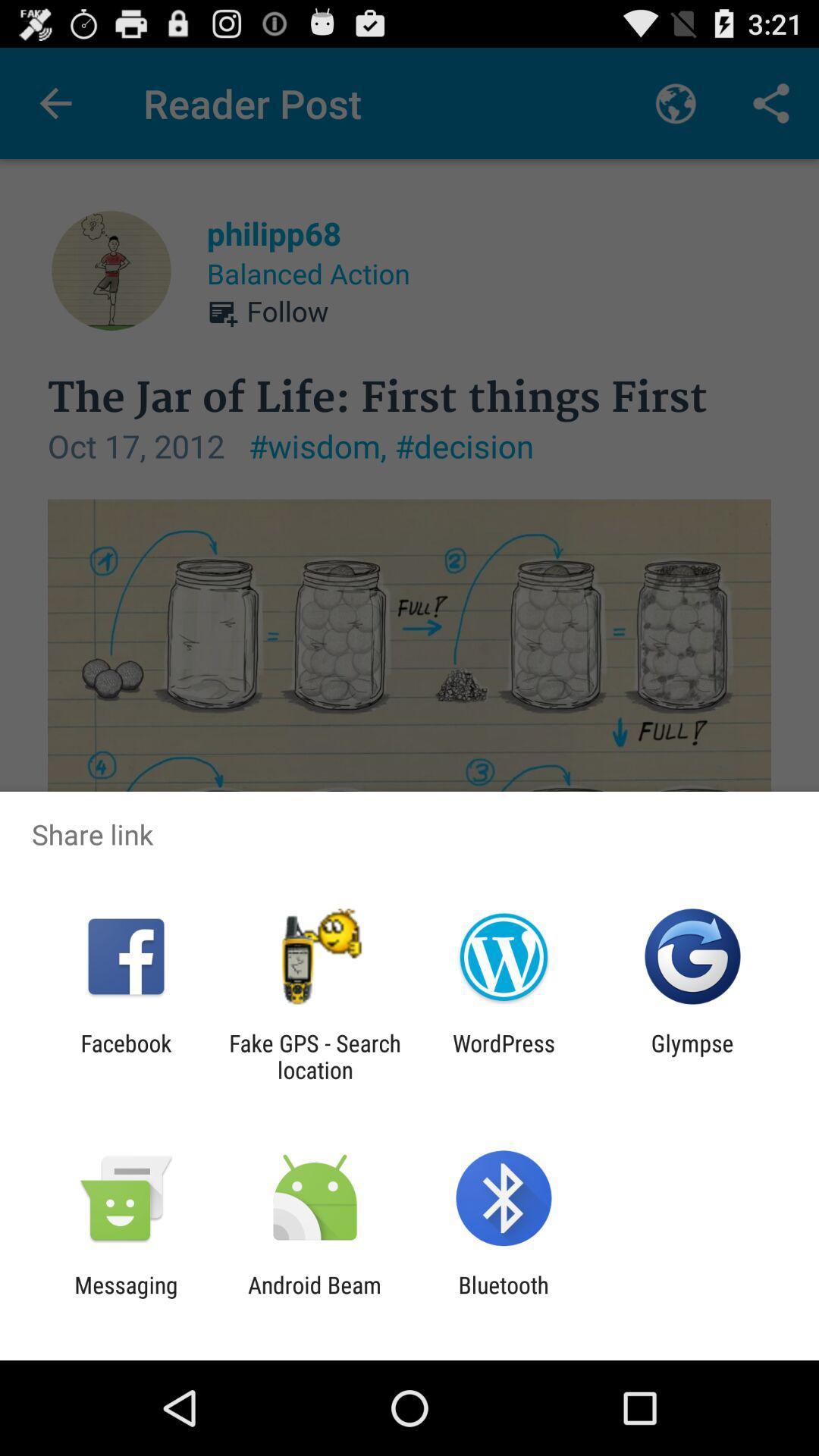  I want to click on the item next to glympse, so click(504, 1056).